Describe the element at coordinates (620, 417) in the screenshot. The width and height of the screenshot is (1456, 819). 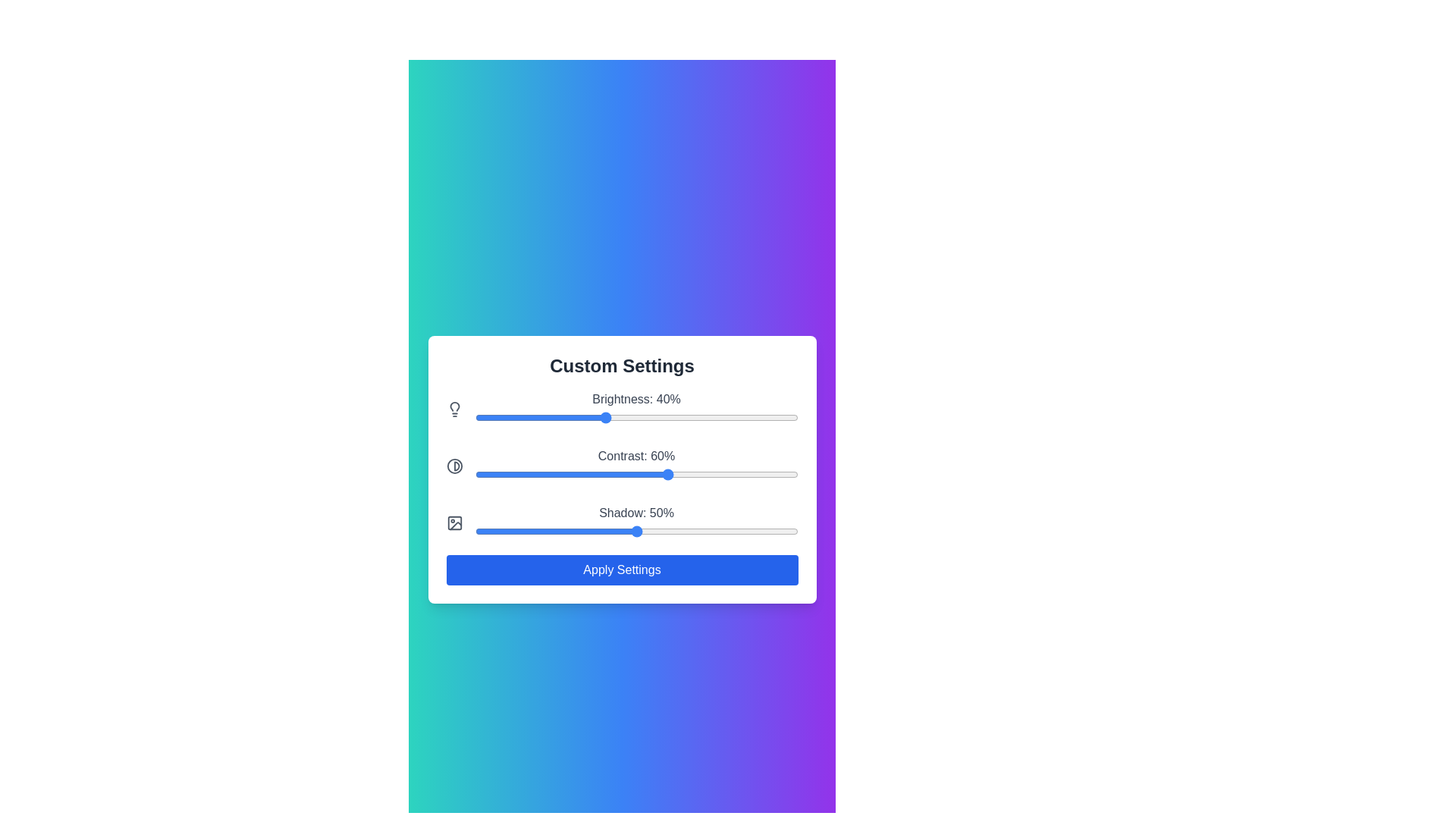
I see `the brightness slider to set the brightness to 45%` at that location.